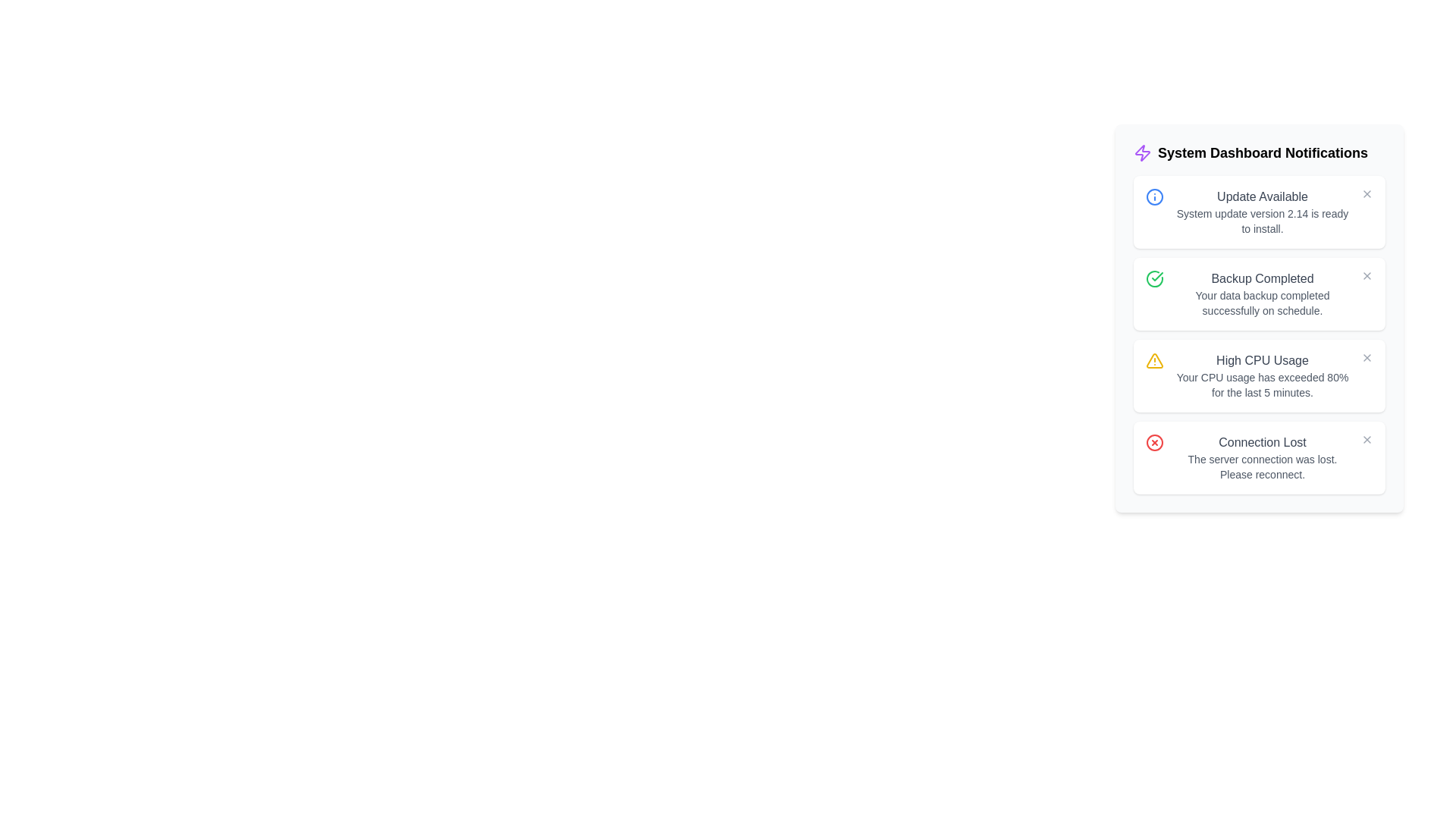  Describe the element at coordinates (1153, 196) in the screenshot. I see `the central blue circle of the information icon located at the top-left of the 'Update Available' notification entry in the right-side panel` at that location.